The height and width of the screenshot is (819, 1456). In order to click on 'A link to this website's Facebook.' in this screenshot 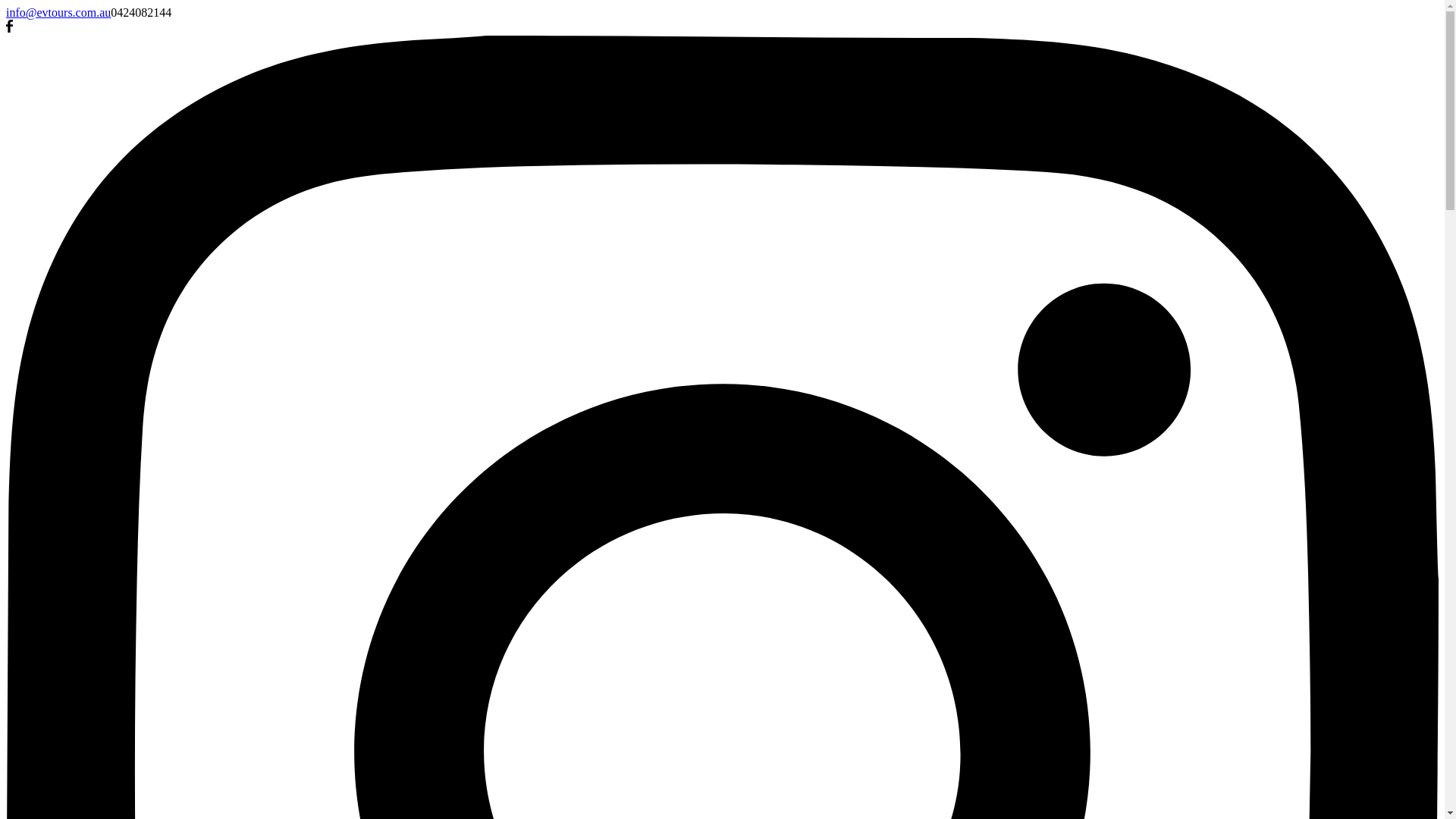, I will do `click(9, 28)`.